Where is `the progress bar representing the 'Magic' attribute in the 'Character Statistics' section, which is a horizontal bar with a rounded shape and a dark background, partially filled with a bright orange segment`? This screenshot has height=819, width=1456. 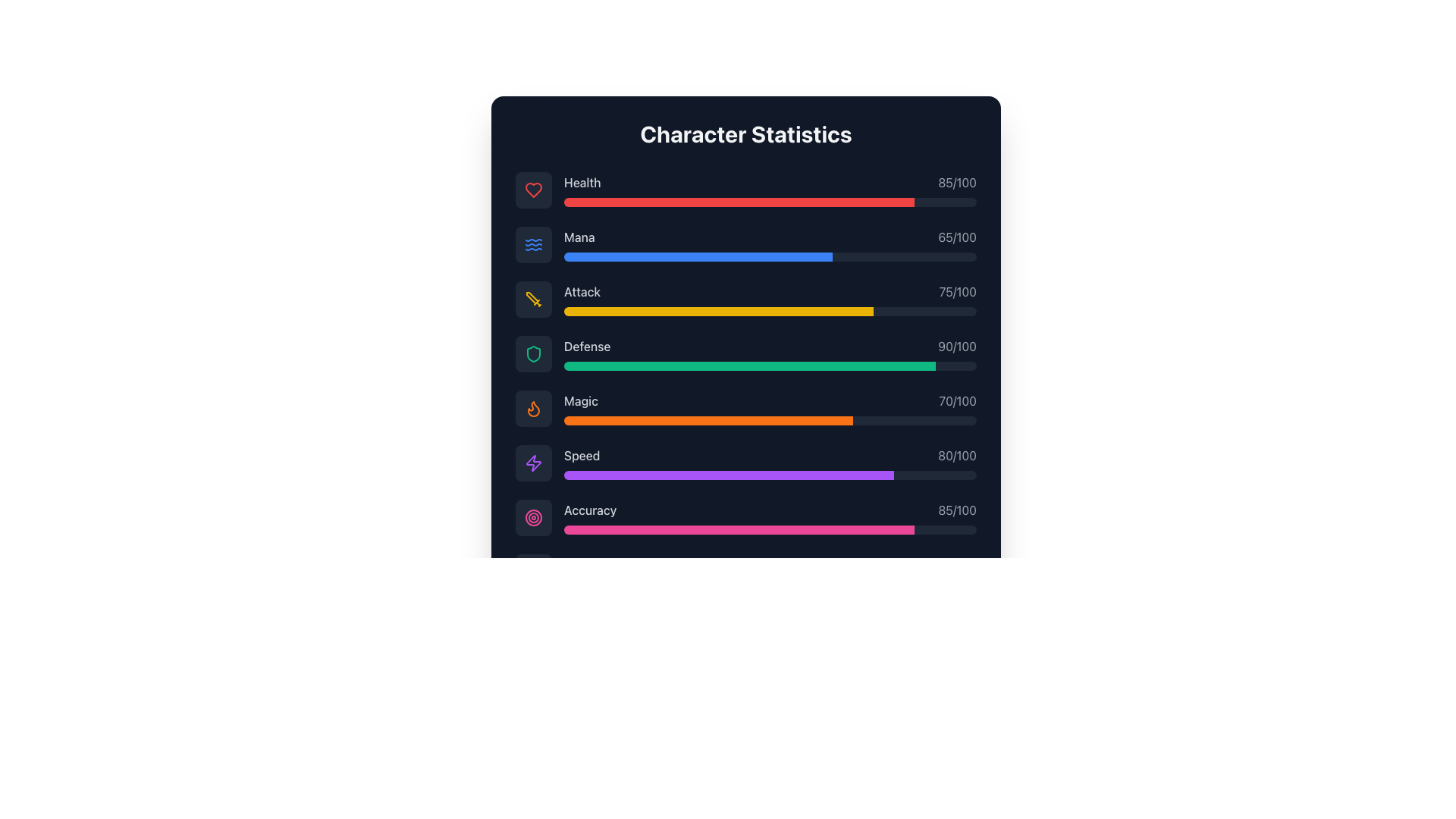
the progress bar representing the 'Magic' attribute in the 'Character Statistics' section, which is a horizontal bar with a rounded shape and a dark background, partially filled with a bright orange segment is located at coordinates (770, 421).